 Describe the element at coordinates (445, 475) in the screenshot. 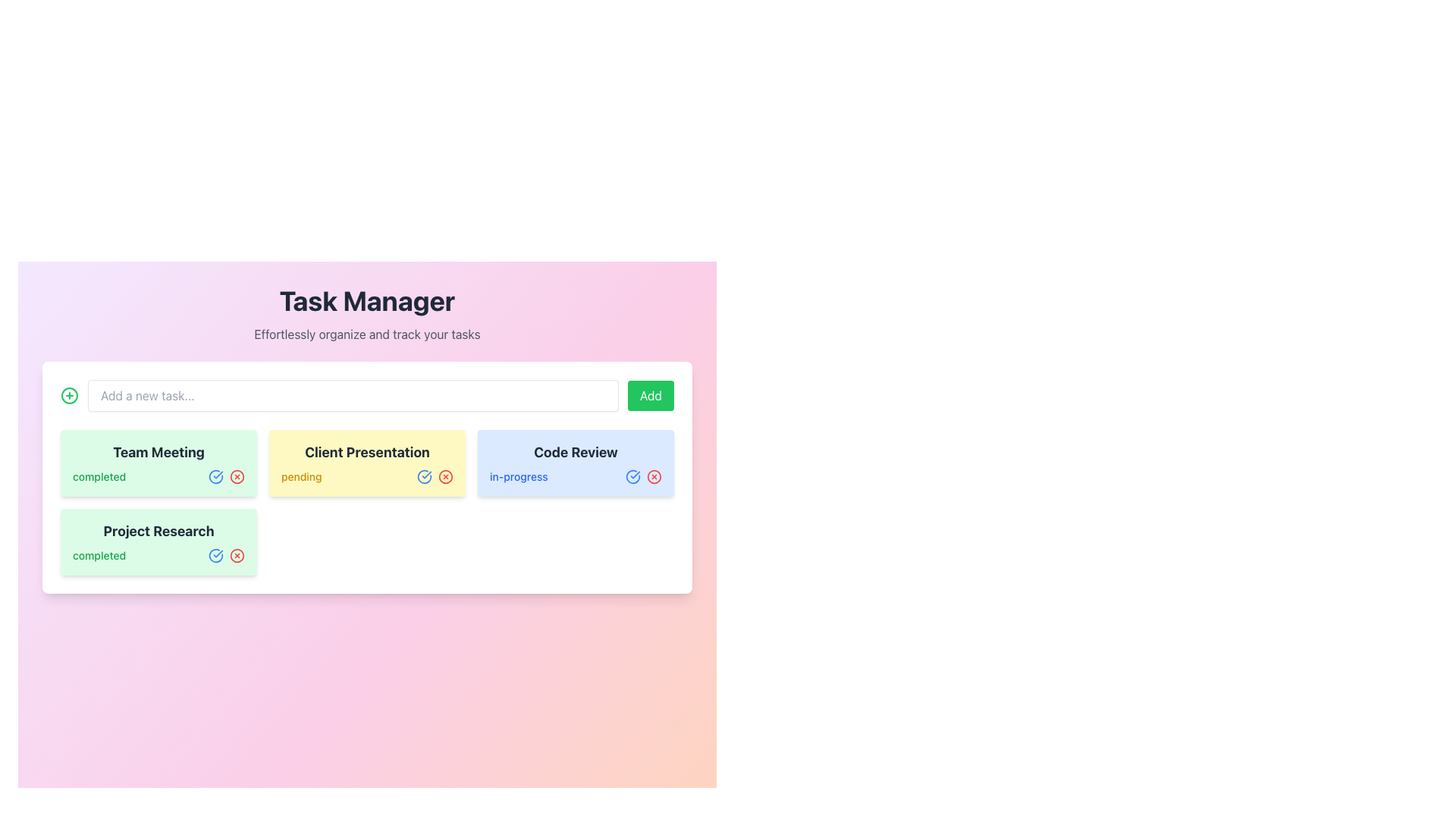

I see `the small circular icon with a red border and an 'X' shape inside, located adjacent to the text 'Client Presentation' in the yellow-colored task card` at that location.